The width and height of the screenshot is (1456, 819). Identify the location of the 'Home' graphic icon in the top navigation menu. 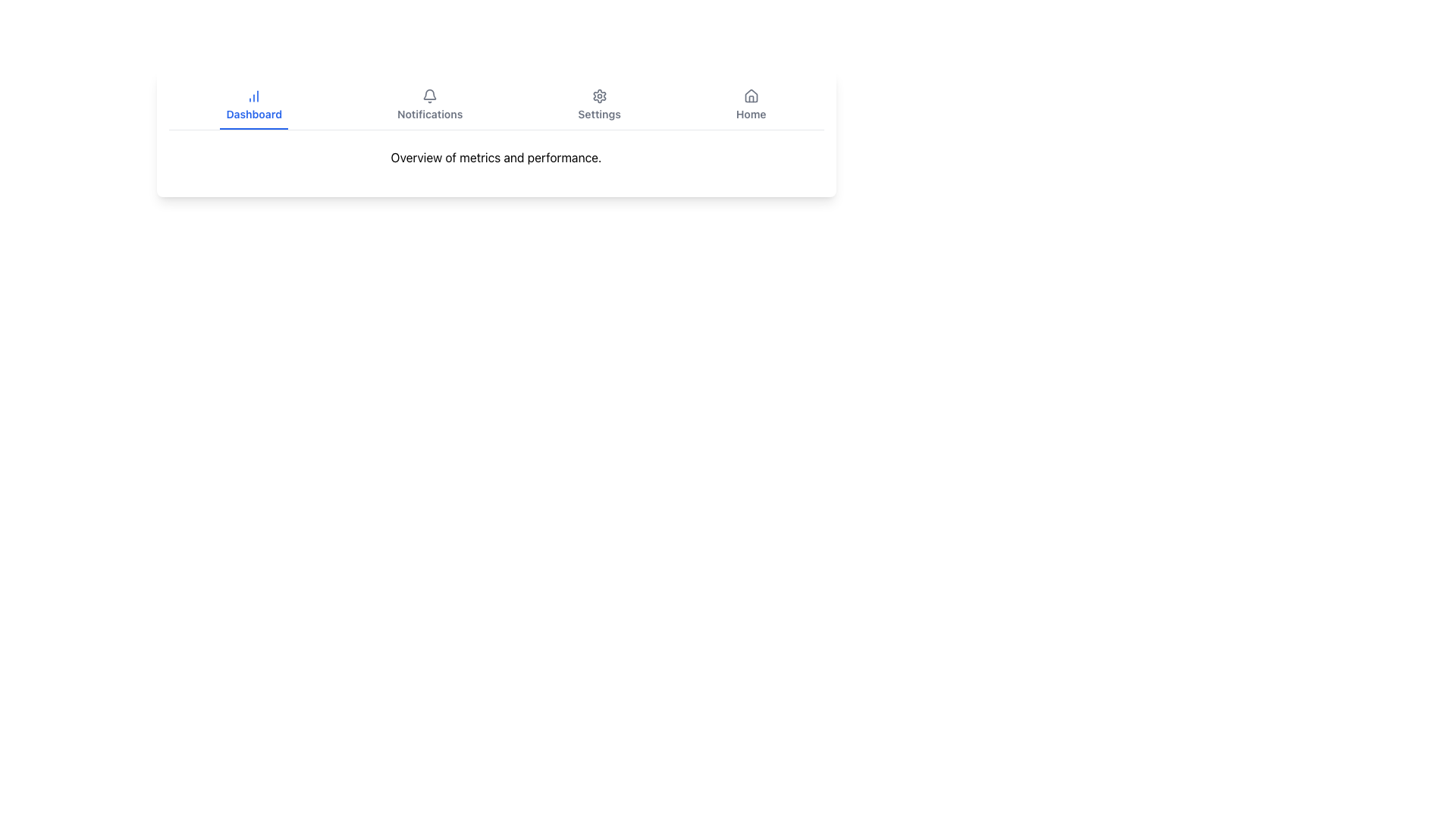
(751, 96).